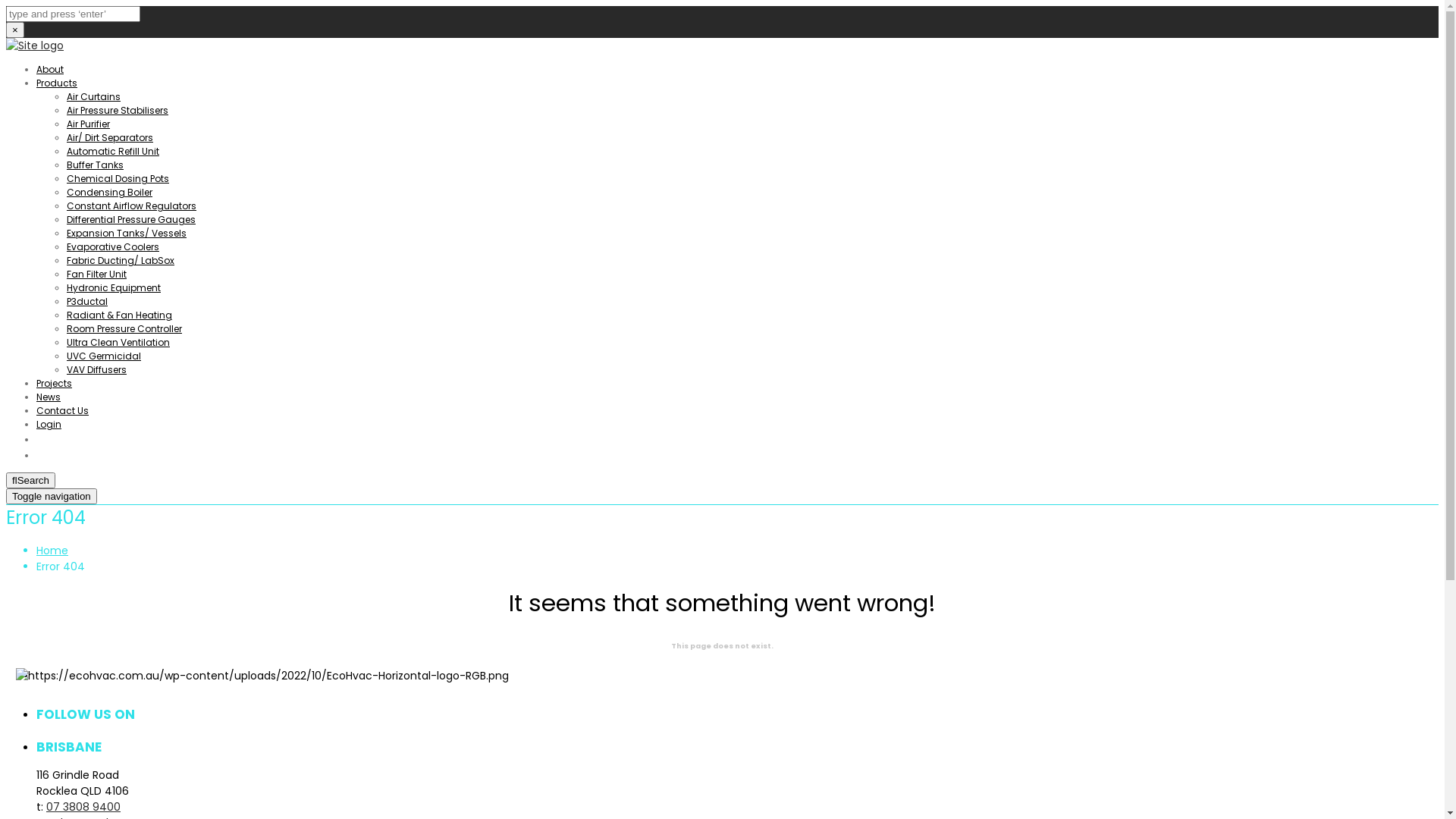  I want to click on 'Fabric Ducting/ LabSox', so click(119, 259).